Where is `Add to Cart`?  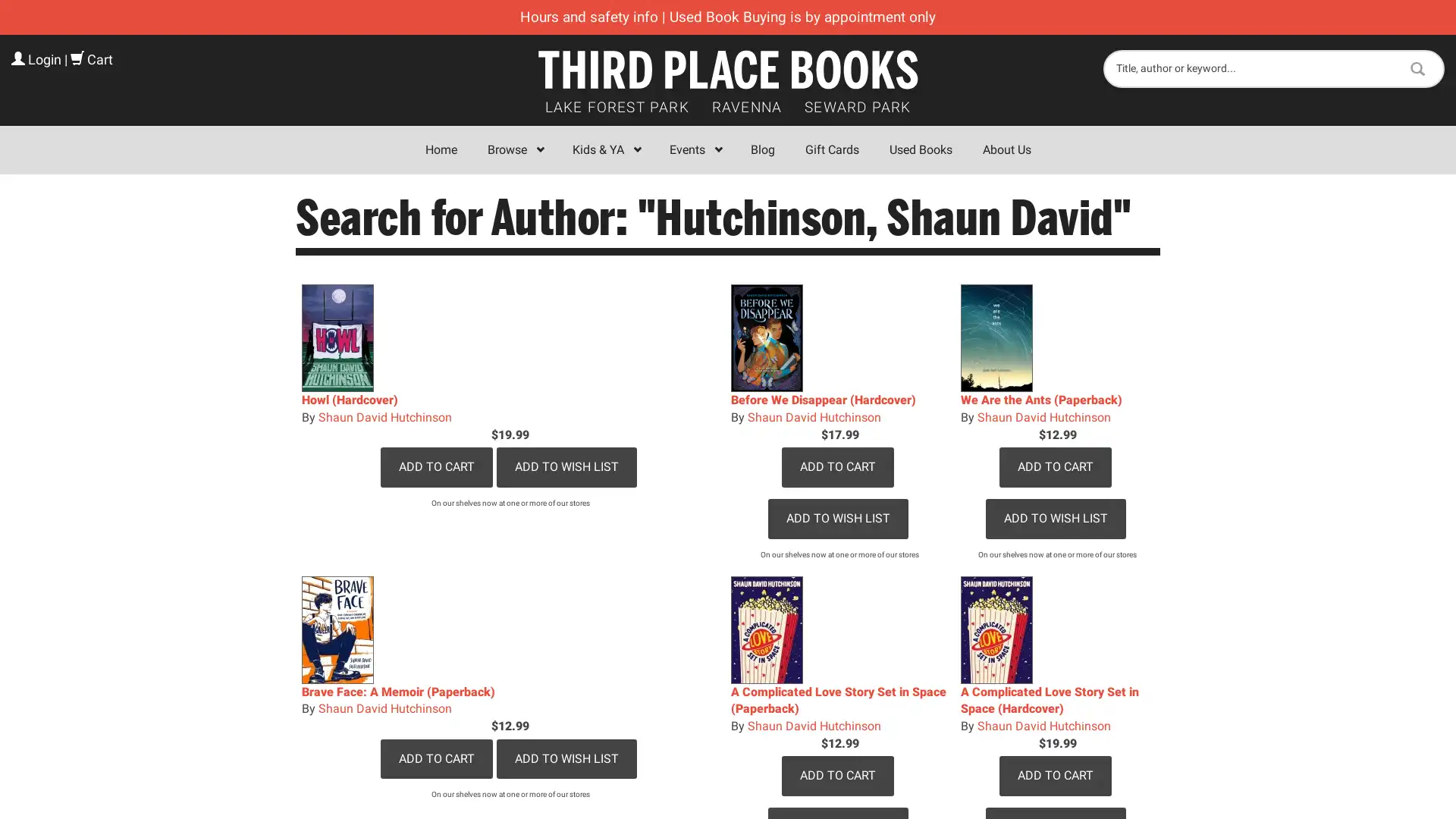 Add to Cart is located at coordinates (1055, 466).